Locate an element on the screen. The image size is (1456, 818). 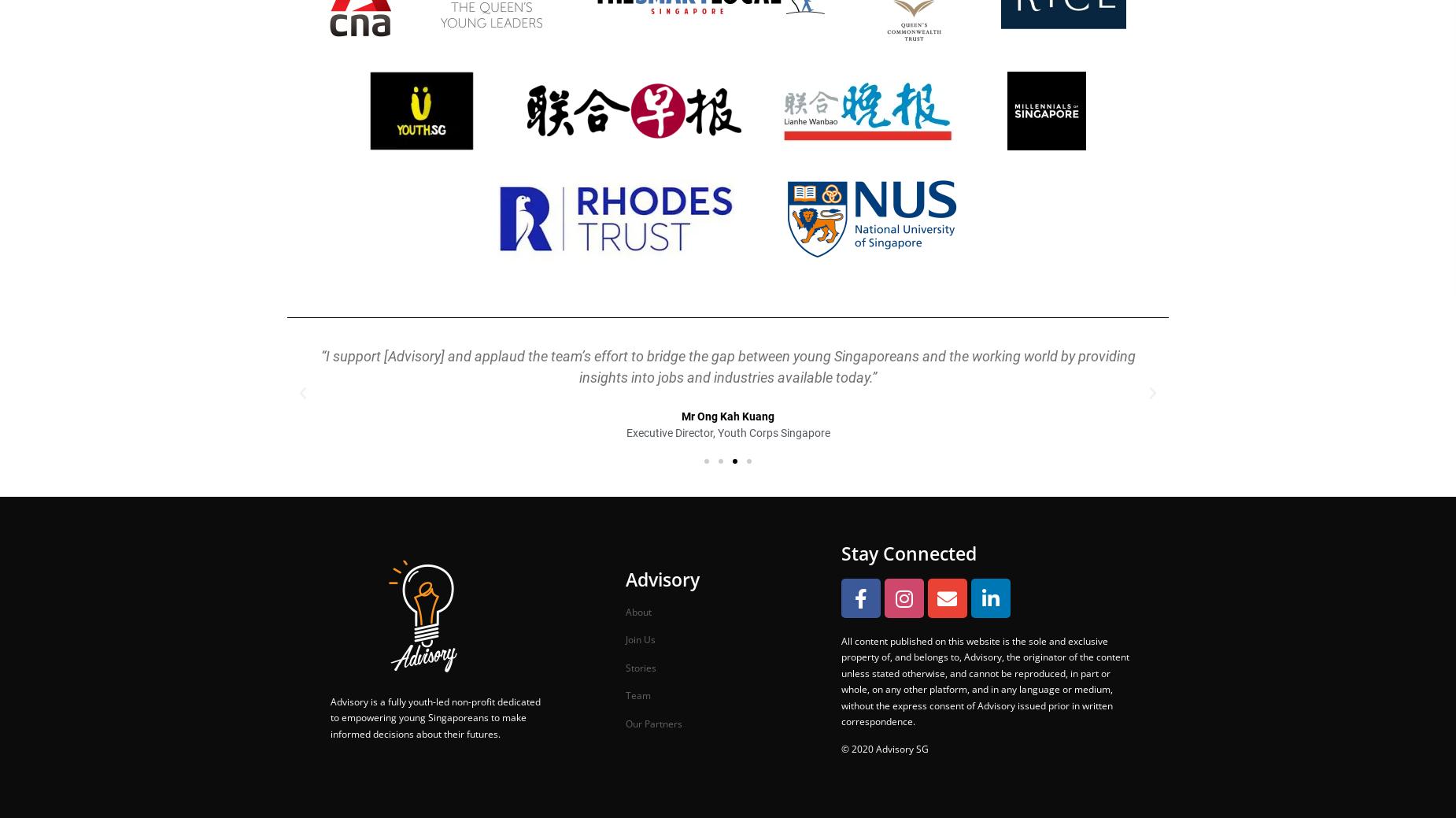
'Team' is located at coordinates (637, 695).